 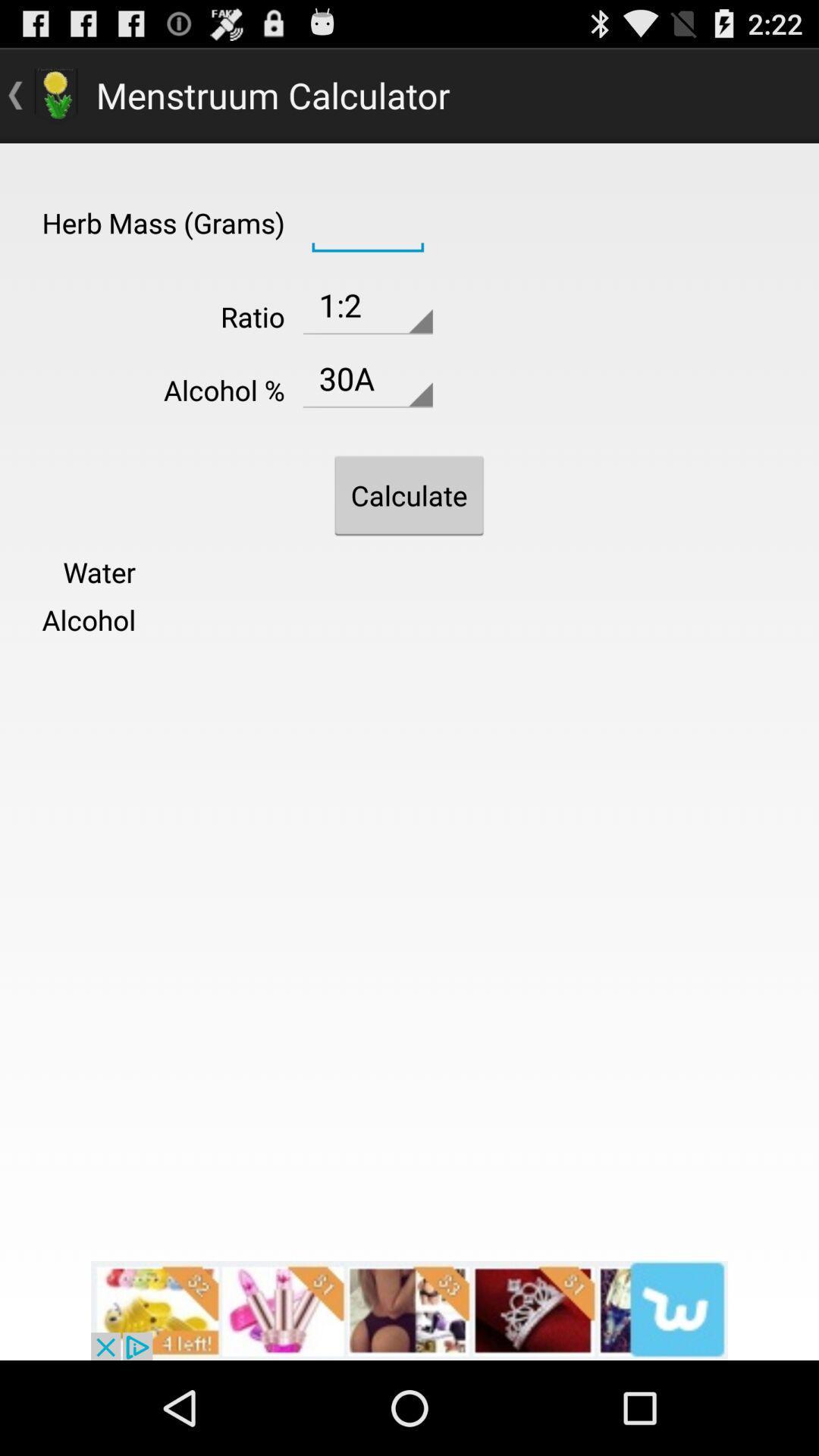 What do you see at coordinates (409, 1310) in the screenshot?
I see `advertisements` at bounding box center [409, 1310].